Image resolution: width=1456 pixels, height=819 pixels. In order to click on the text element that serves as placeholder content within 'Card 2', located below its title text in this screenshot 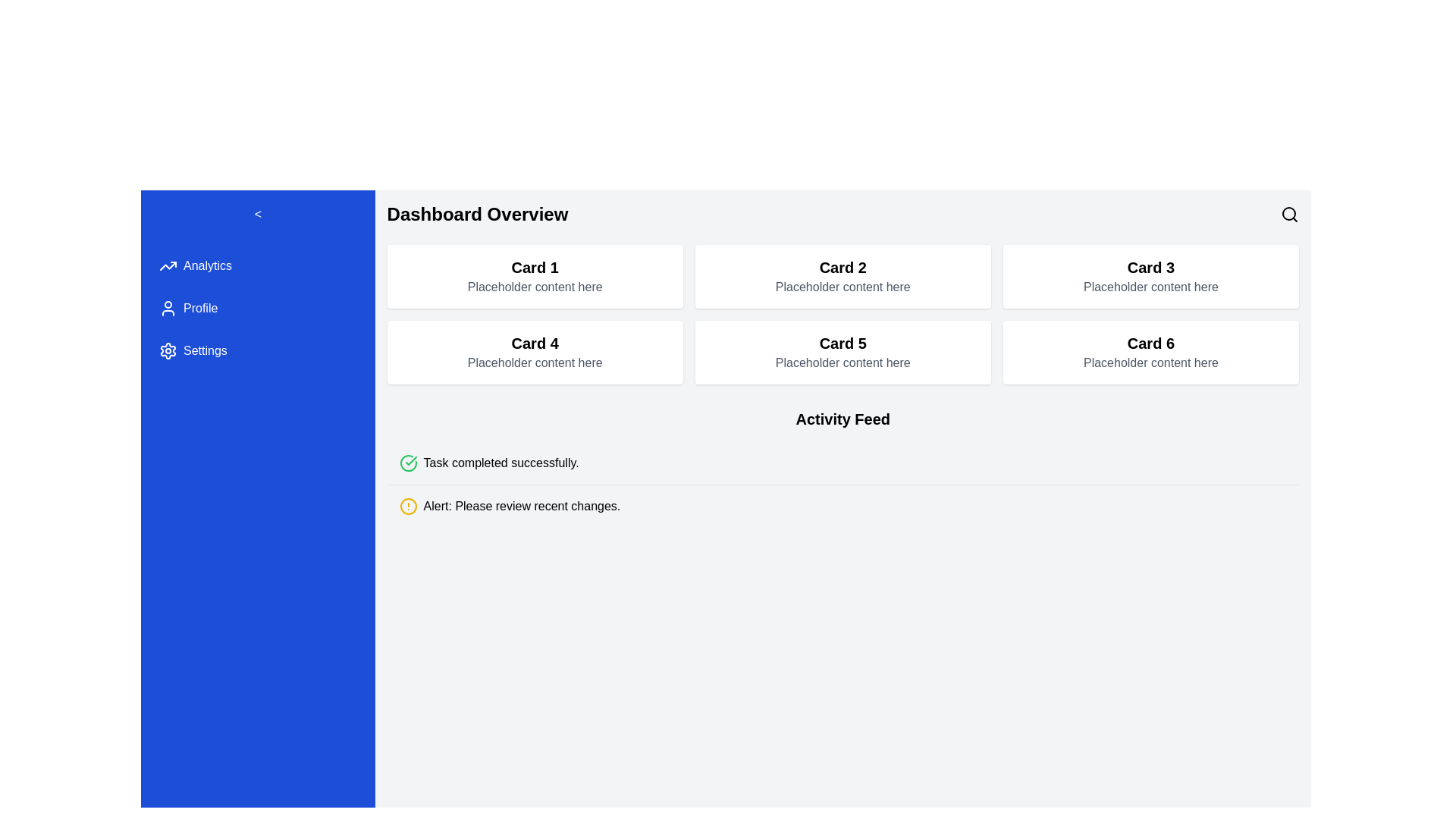, I will do `click(842, 287)`.